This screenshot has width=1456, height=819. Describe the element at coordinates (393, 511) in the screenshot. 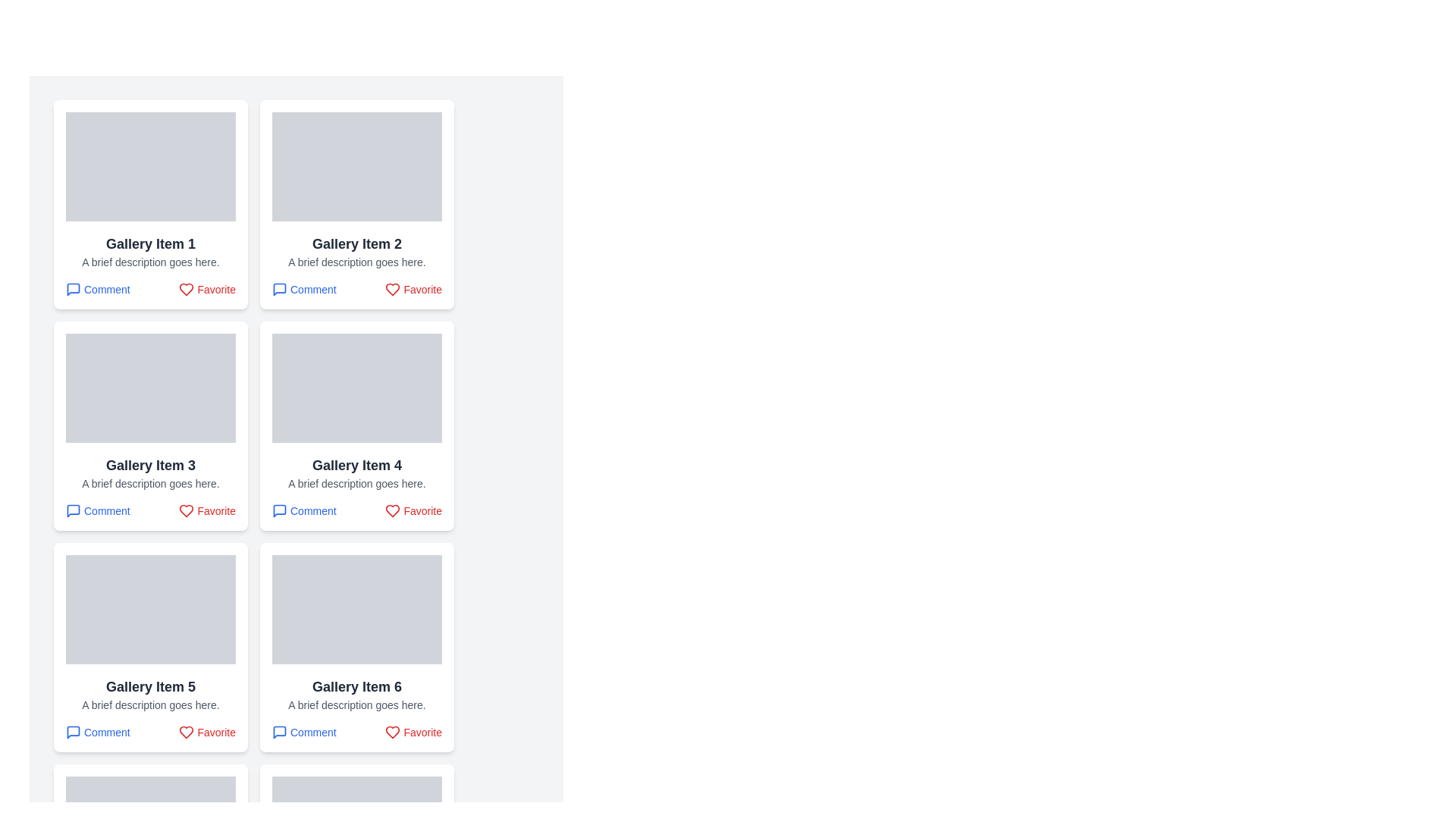

I see `the heart-shaped icon button located in the lower-right corner of the fourth content card` at that location.